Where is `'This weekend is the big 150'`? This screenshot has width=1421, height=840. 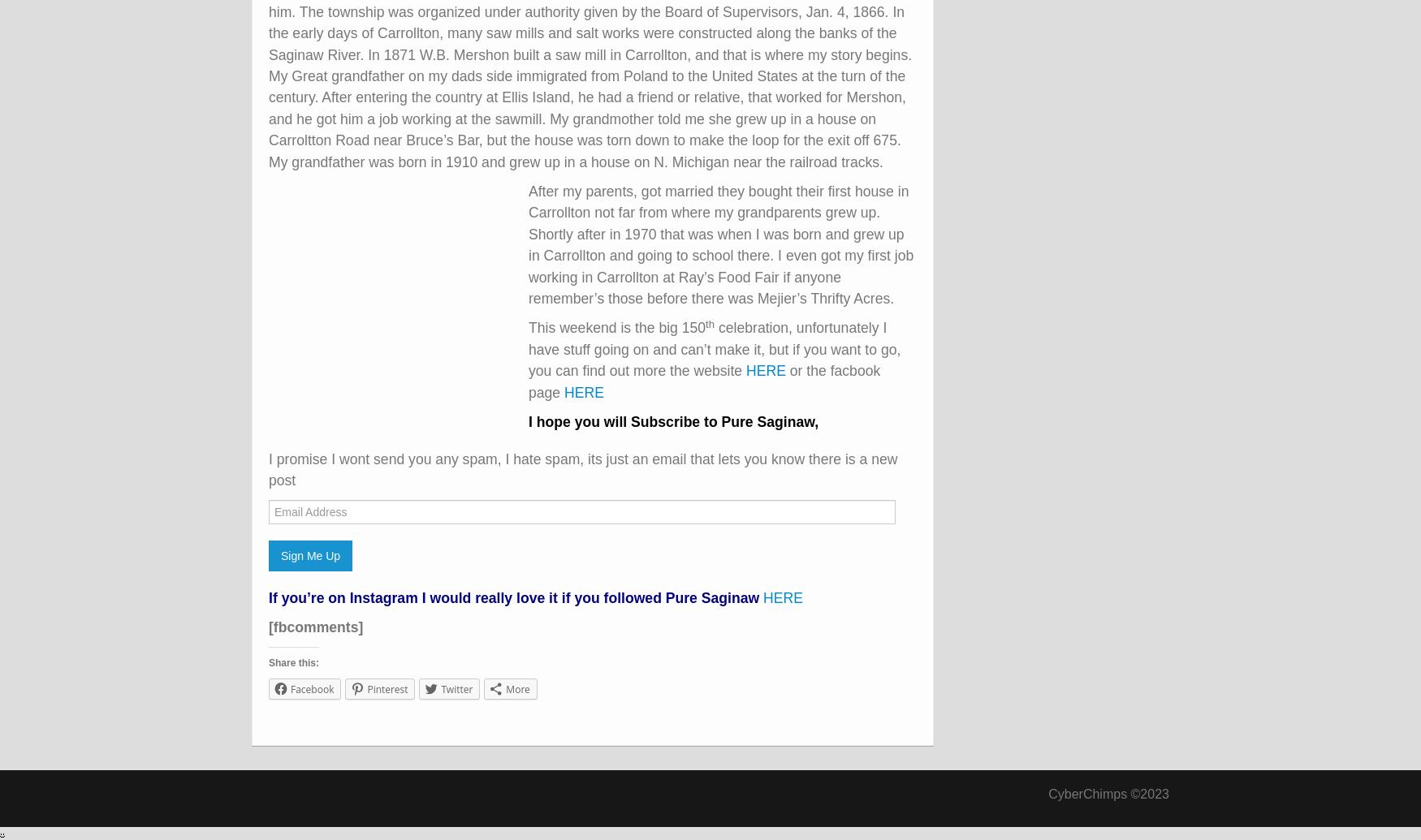 'This weekend is the big 150' is located at coordinates (616, 327).